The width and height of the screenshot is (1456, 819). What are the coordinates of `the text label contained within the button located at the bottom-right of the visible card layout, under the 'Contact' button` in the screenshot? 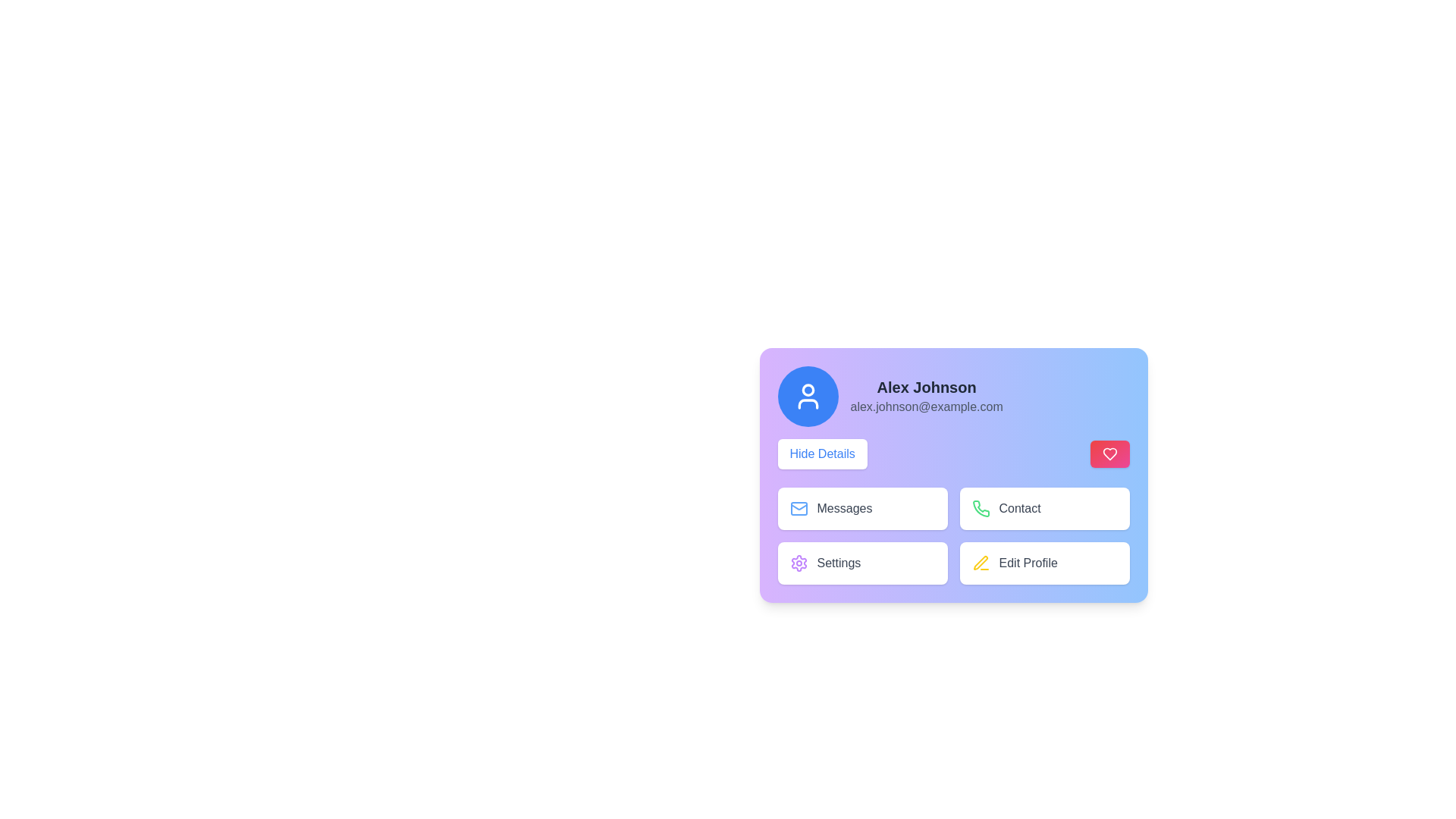 It's located at (1028, 563).